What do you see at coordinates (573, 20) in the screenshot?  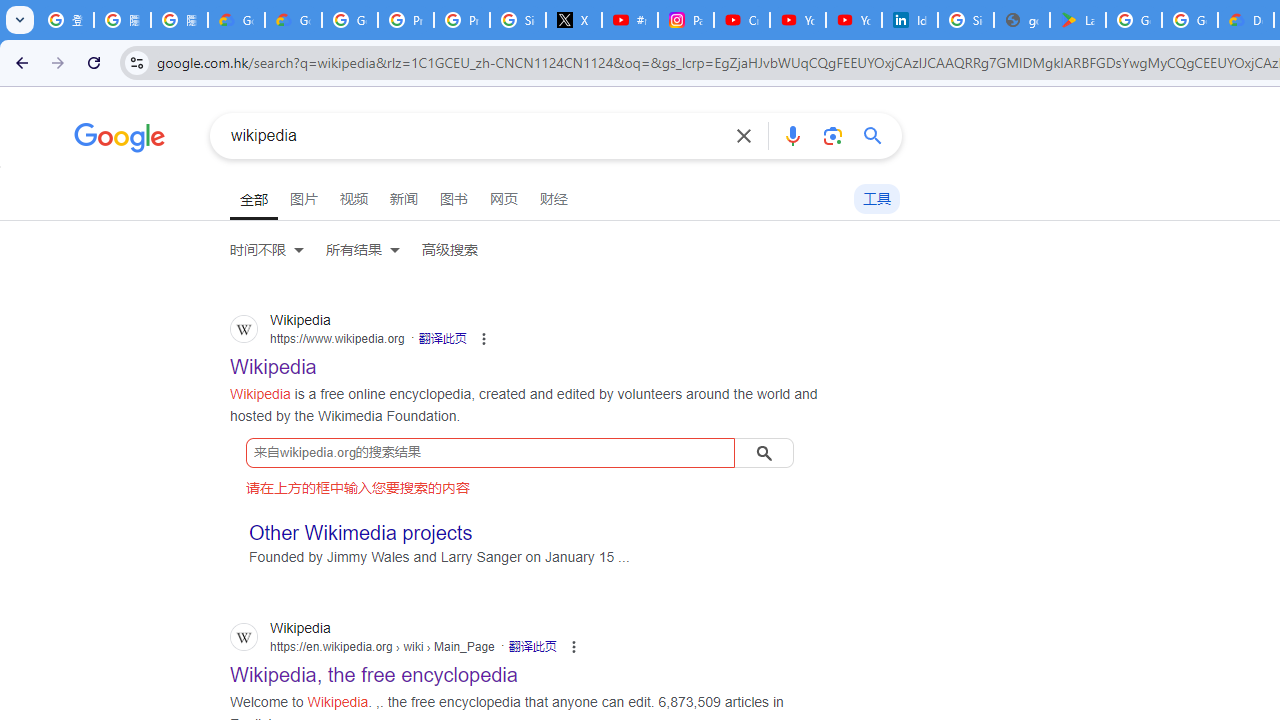 I see `'X'` at bounding box center [573, 20].